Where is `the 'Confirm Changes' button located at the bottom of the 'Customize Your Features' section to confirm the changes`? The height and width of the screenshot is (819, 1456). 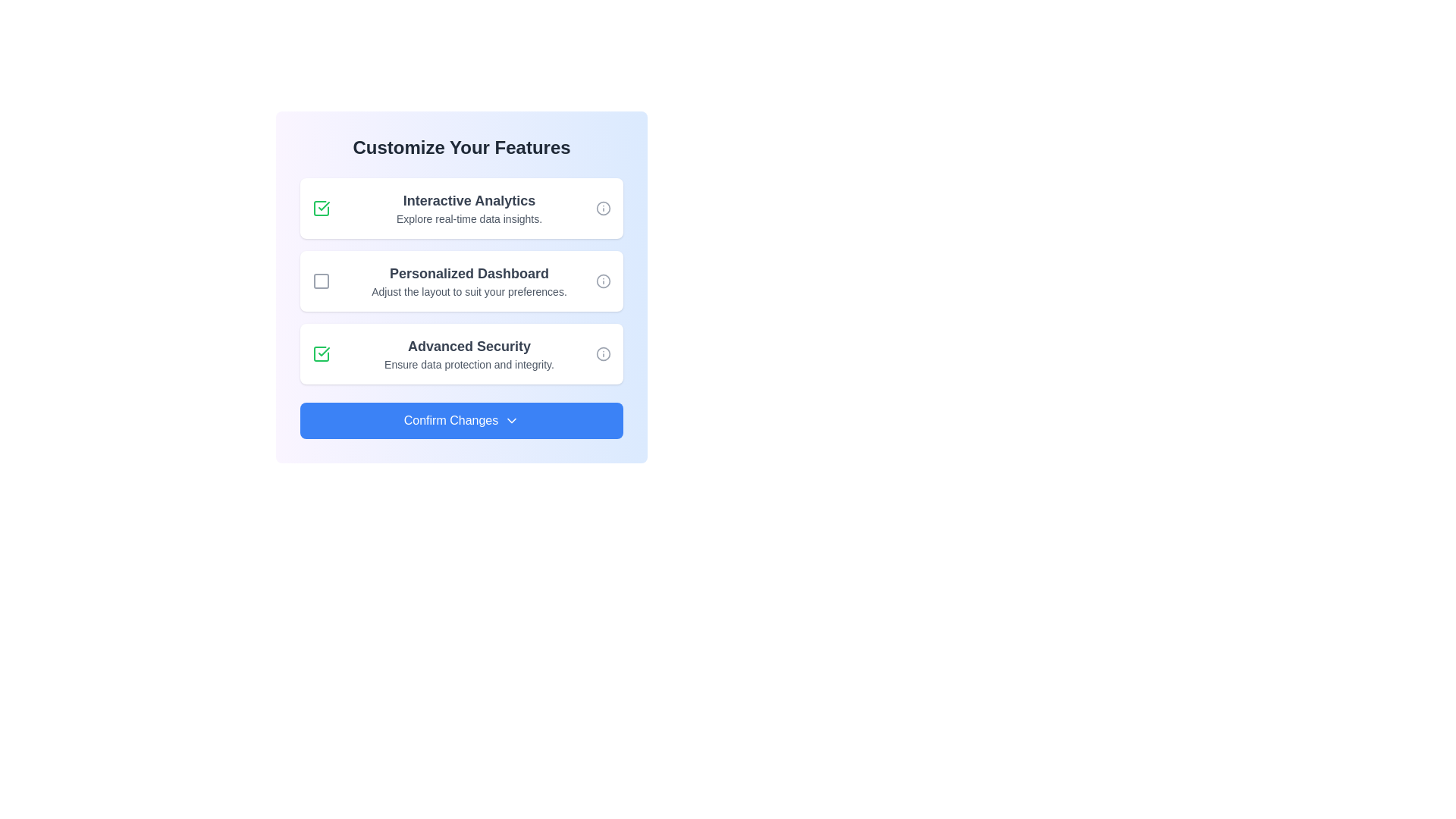
the 'Confirm Changes' button located at the bottom of the 'Customize Your Features' section to confirm the changes is located at coordinates (461, 421).